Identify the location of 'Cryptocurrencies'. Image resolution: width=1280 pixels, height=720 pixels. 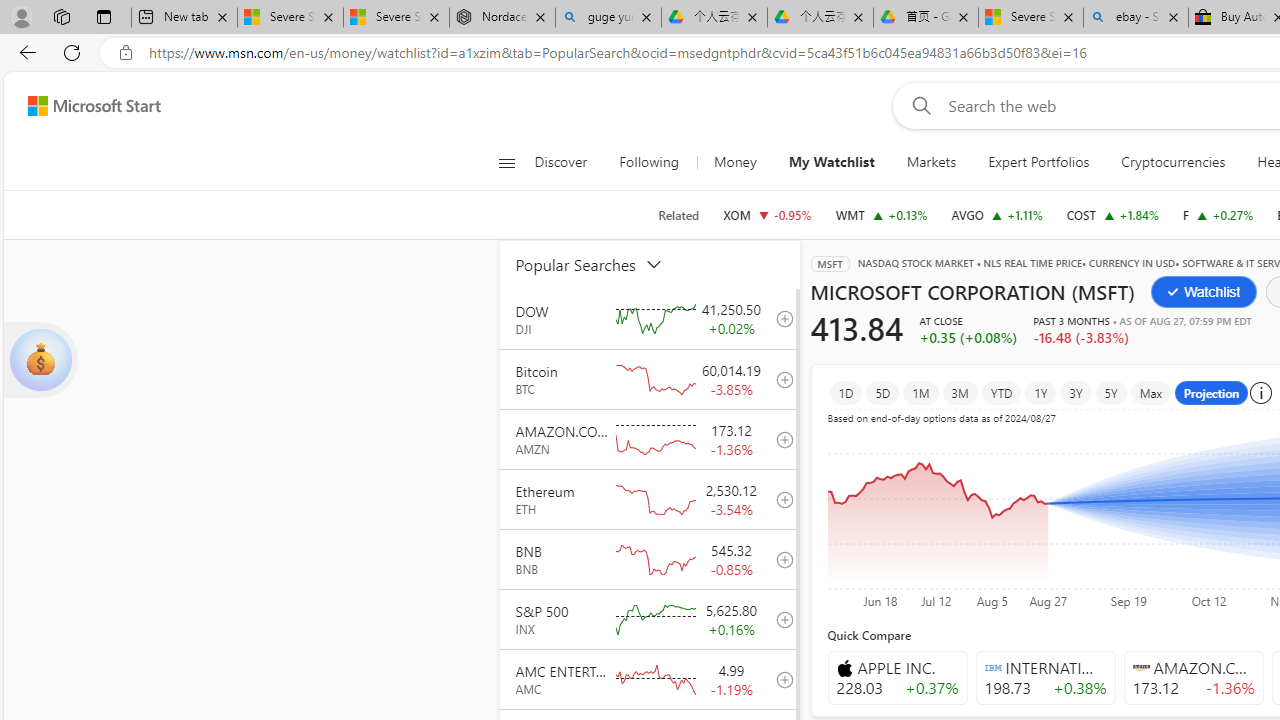
(1173, 162).